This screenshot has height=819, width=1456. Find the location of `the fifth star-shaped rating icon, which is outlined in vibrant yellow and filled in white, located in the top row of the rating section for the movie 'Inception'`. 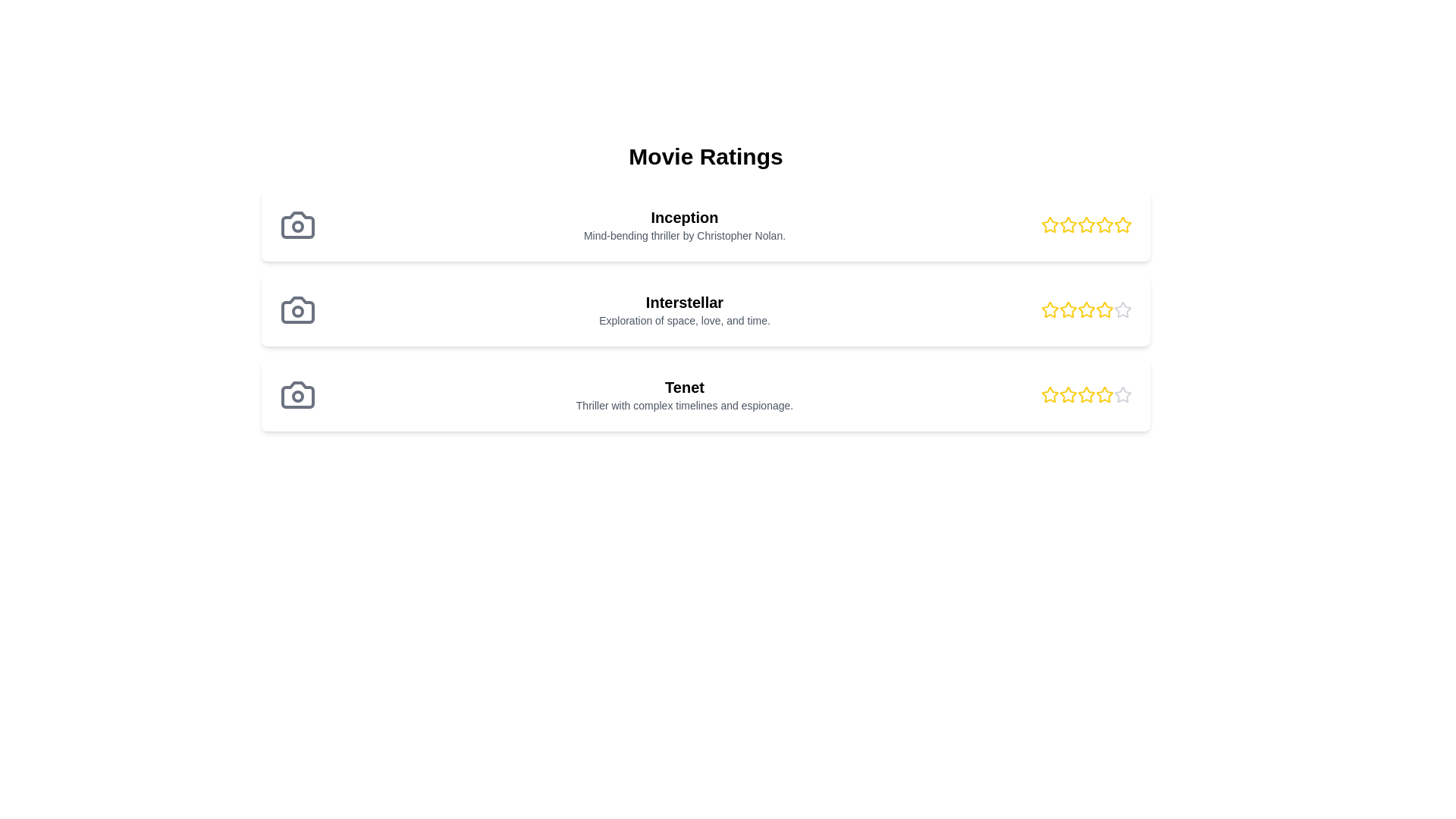

the fifth star-shaped rating icon, which is outlined in vibrant yellow and filled in white, located in the top row of the rating section for the movie 'Inception' is located at coordinates (1123, 224).